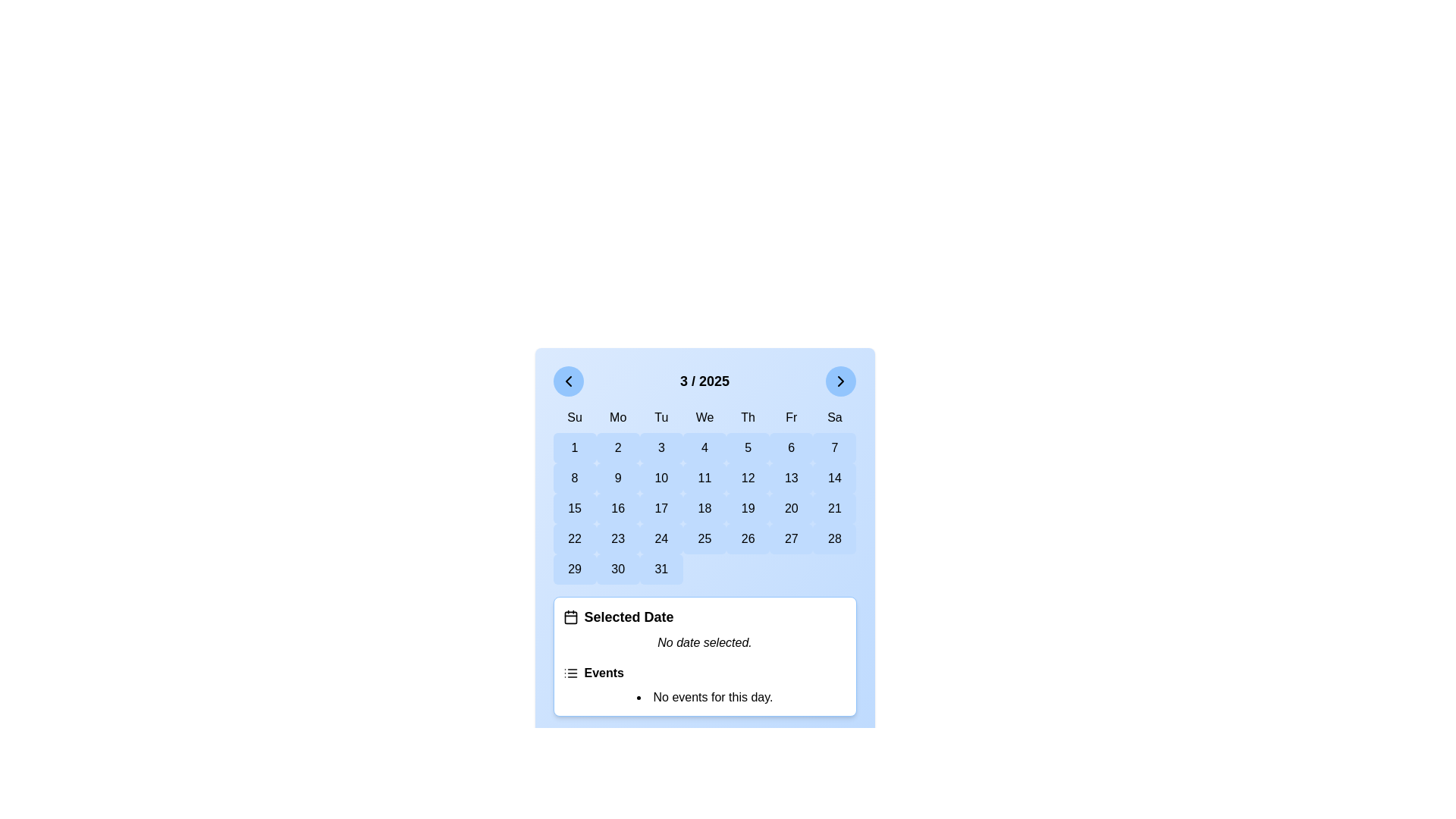 The image size is (1456, 819). I want to click on the rectangular button with rounded corners, light blue background, and the text '11' in bold black font to observe the hover effect, so click(704, 479).